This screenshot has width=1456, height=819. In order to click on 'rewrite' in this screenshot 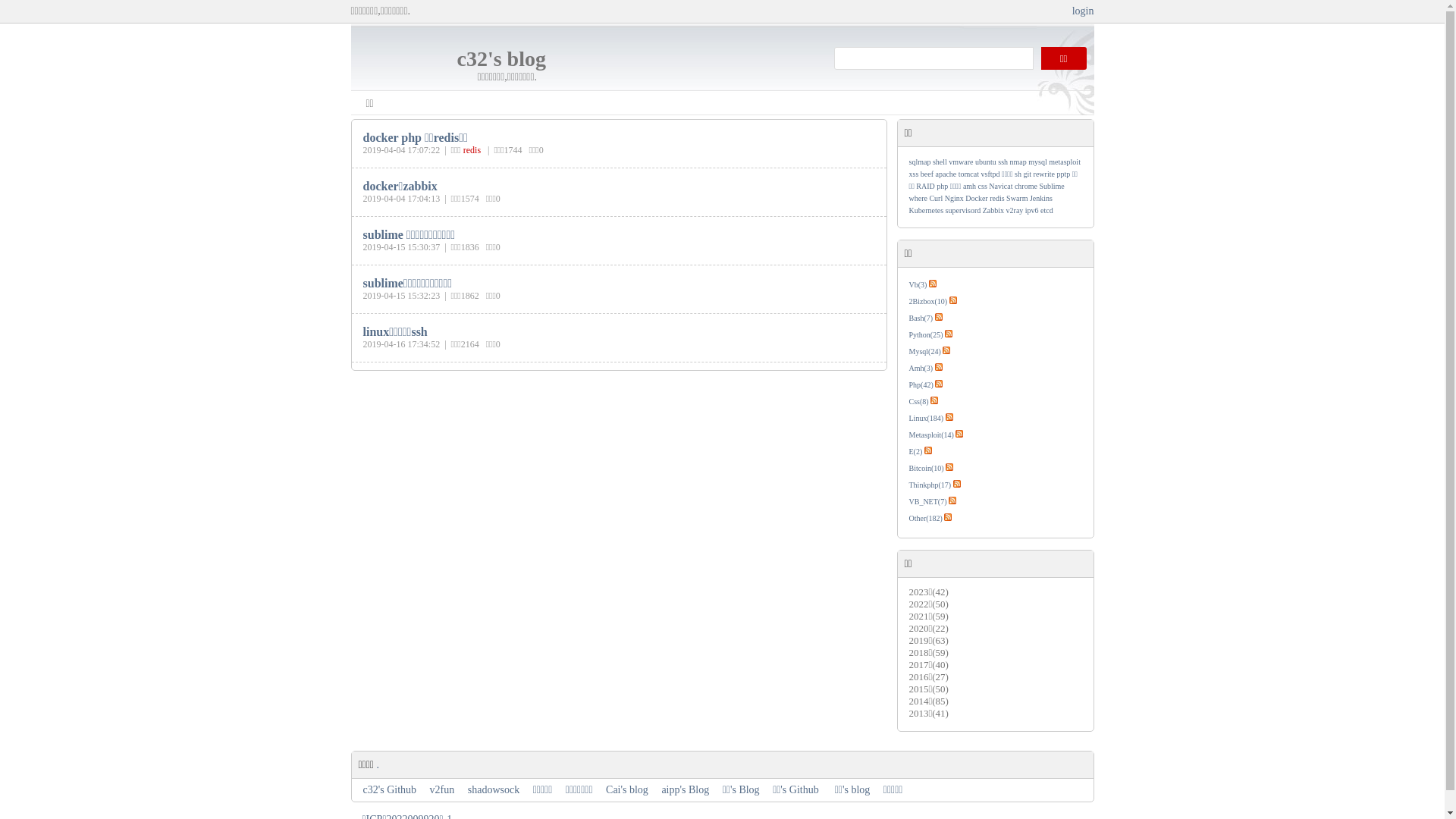, I will do `click(1043, 173)`.